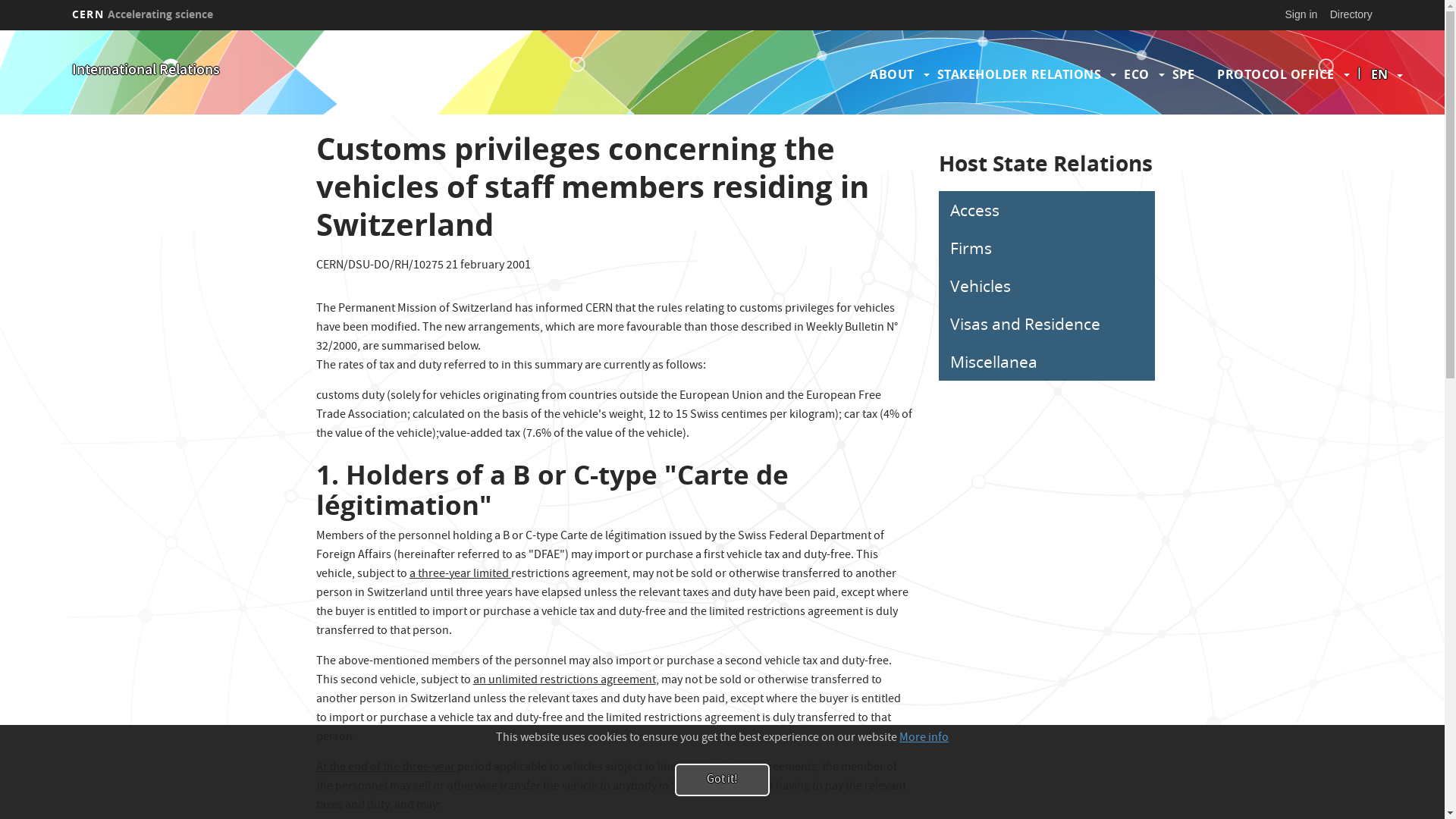  I want to click on 'Directory', so click(1351, 14).